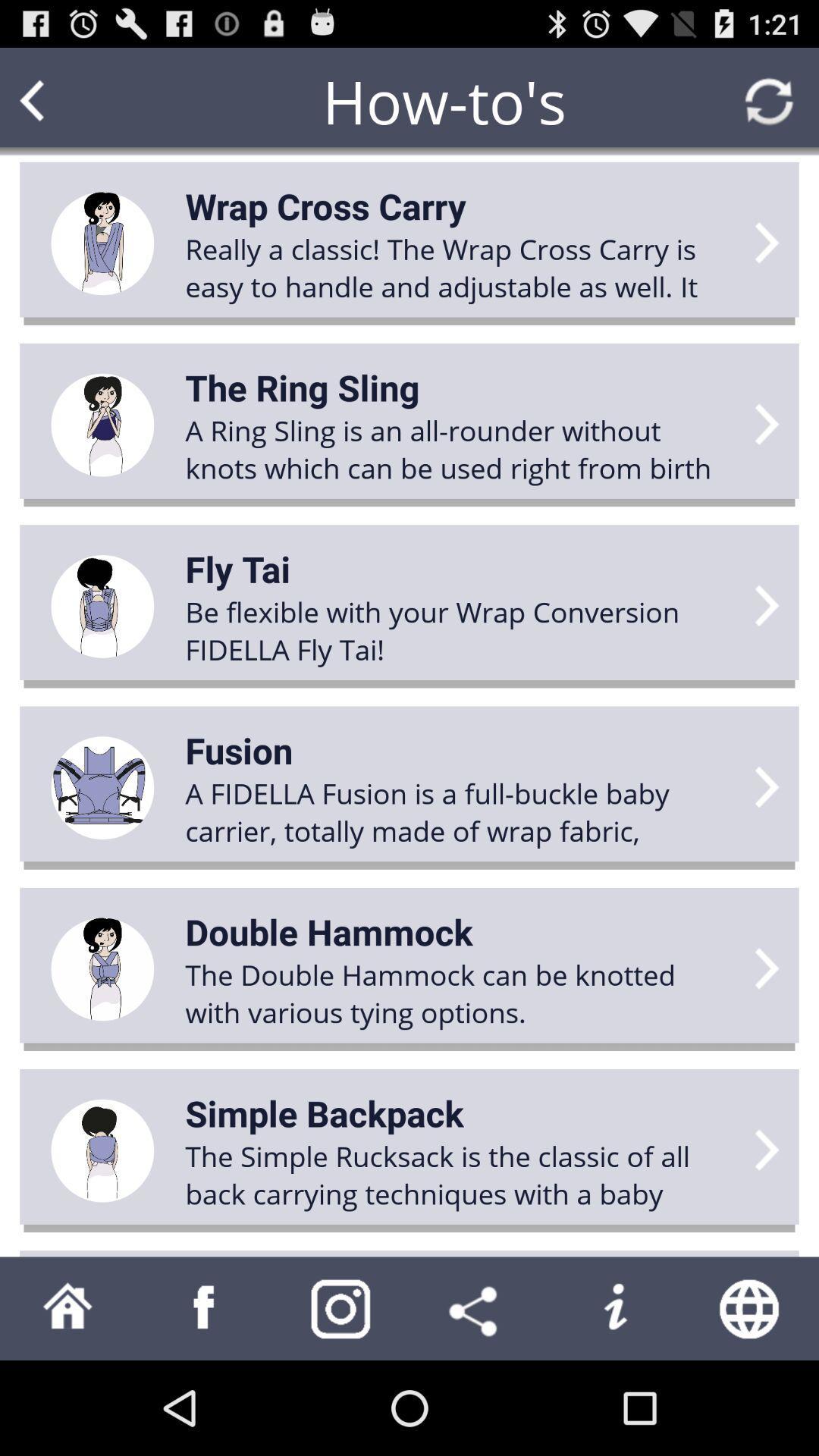 Image resolution: width=819 pixels, height=1456 pixels. I want to click on share link, so click(476, 1307).